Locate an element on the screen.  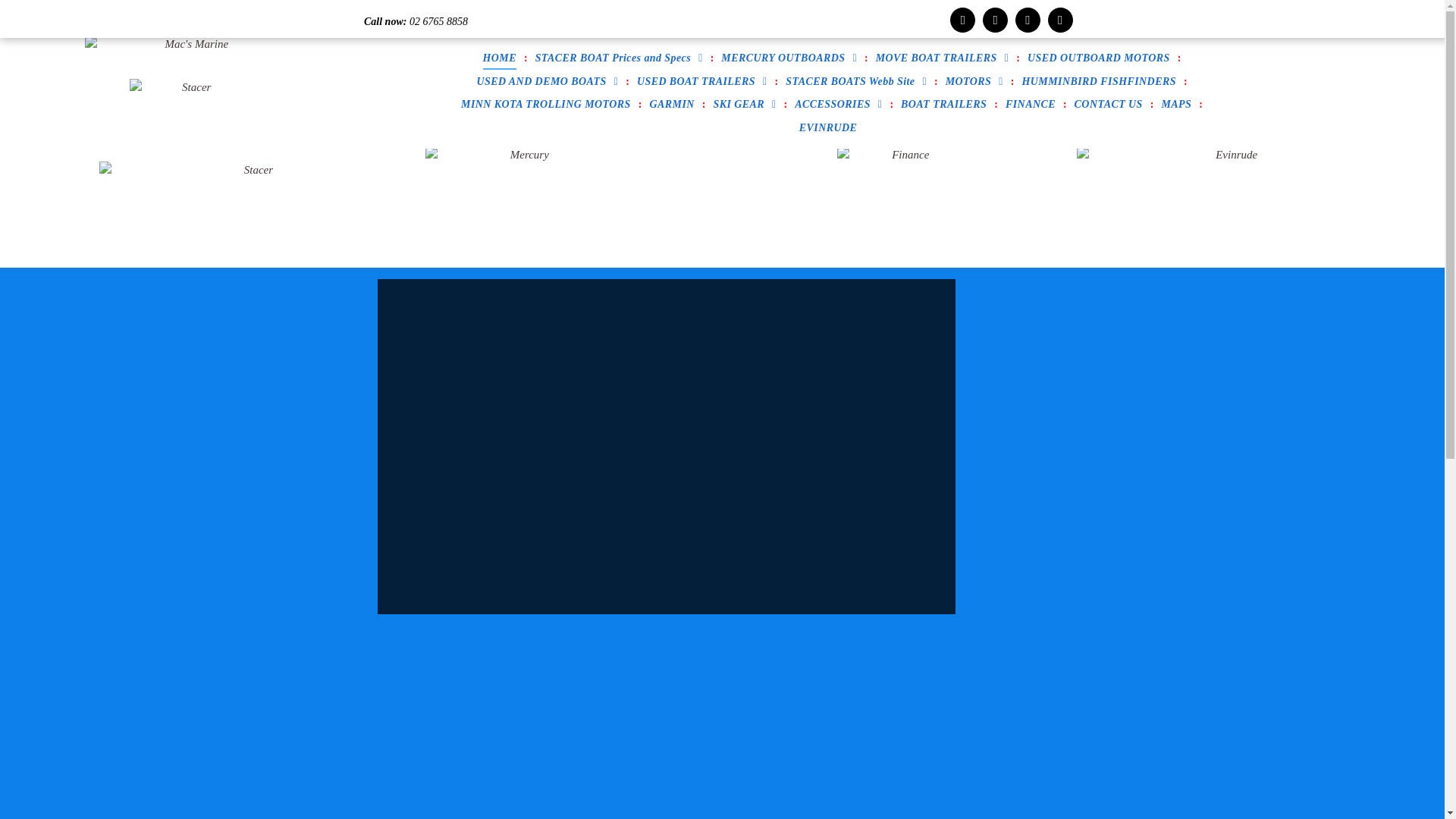
'CONTACT US' is located at coordinates (1065, 104).